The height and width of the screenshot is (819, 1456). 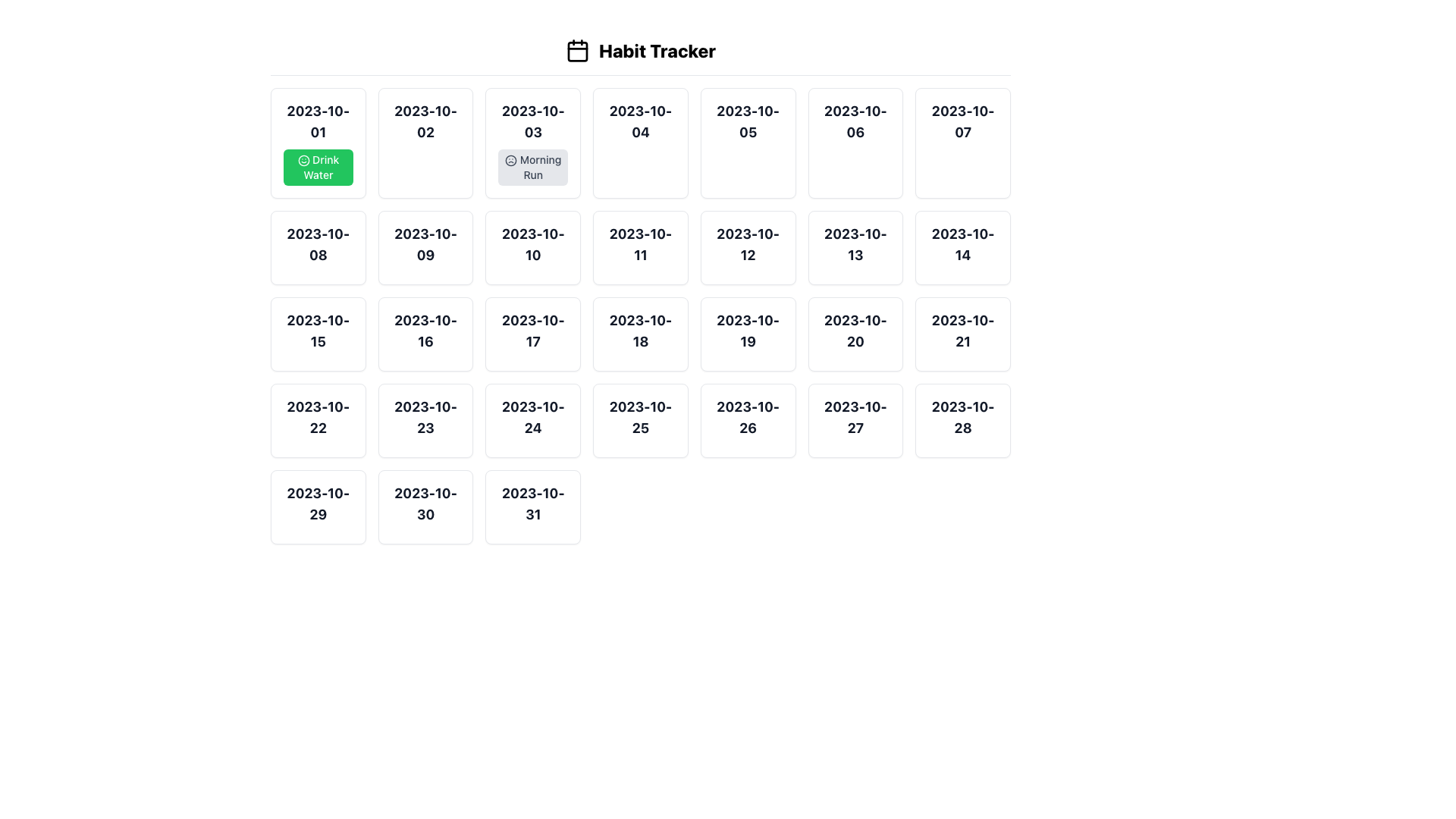 I want to click on the date indicator card for '2023-10-04' located in the first row and fourth column of the calendar interface, so click(x=640, y=143).